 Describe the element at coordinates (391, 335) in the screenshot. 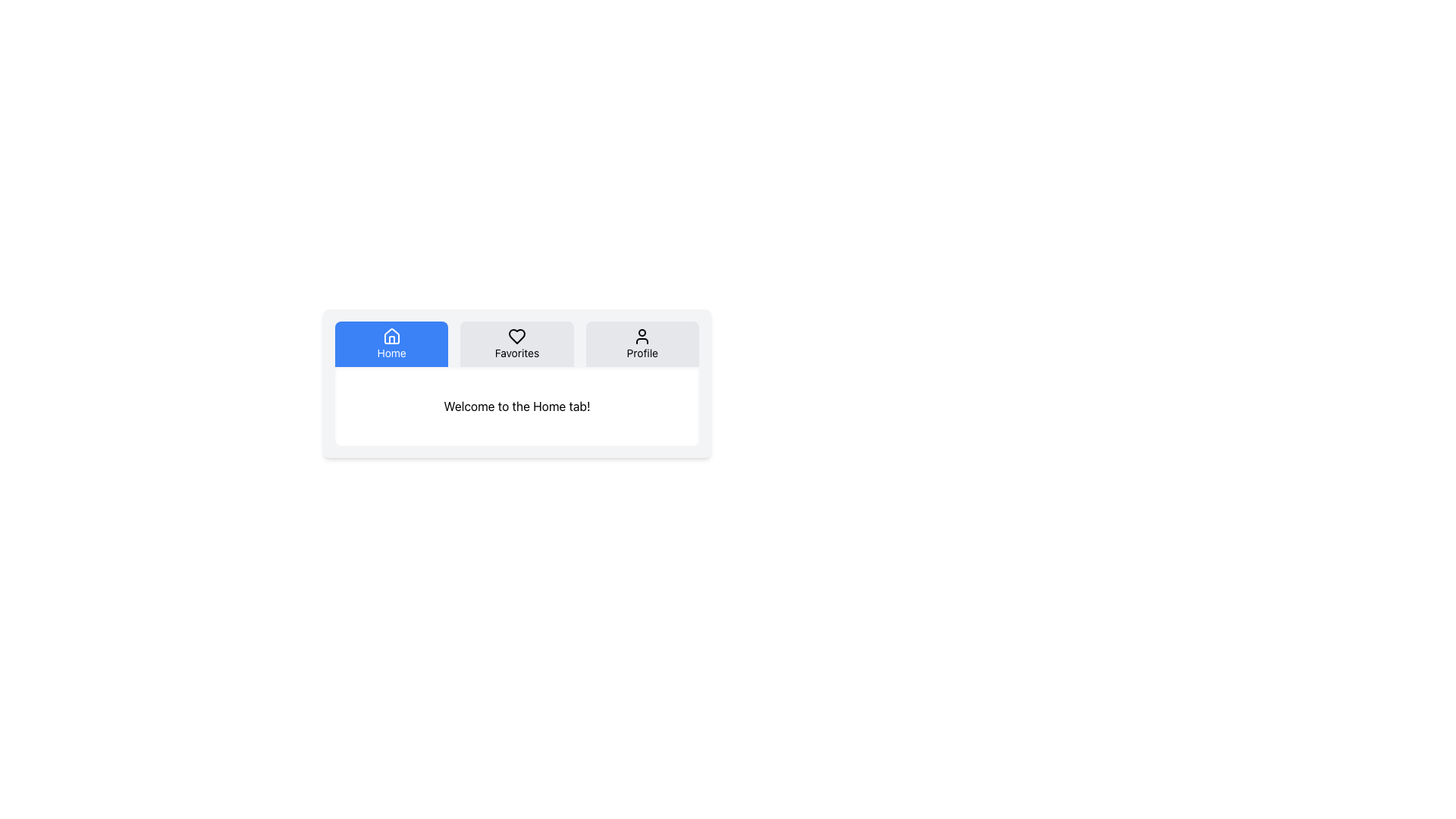

I see `the outlined house icon within the 'Home' button located at the top of the navigation bar` at that location.